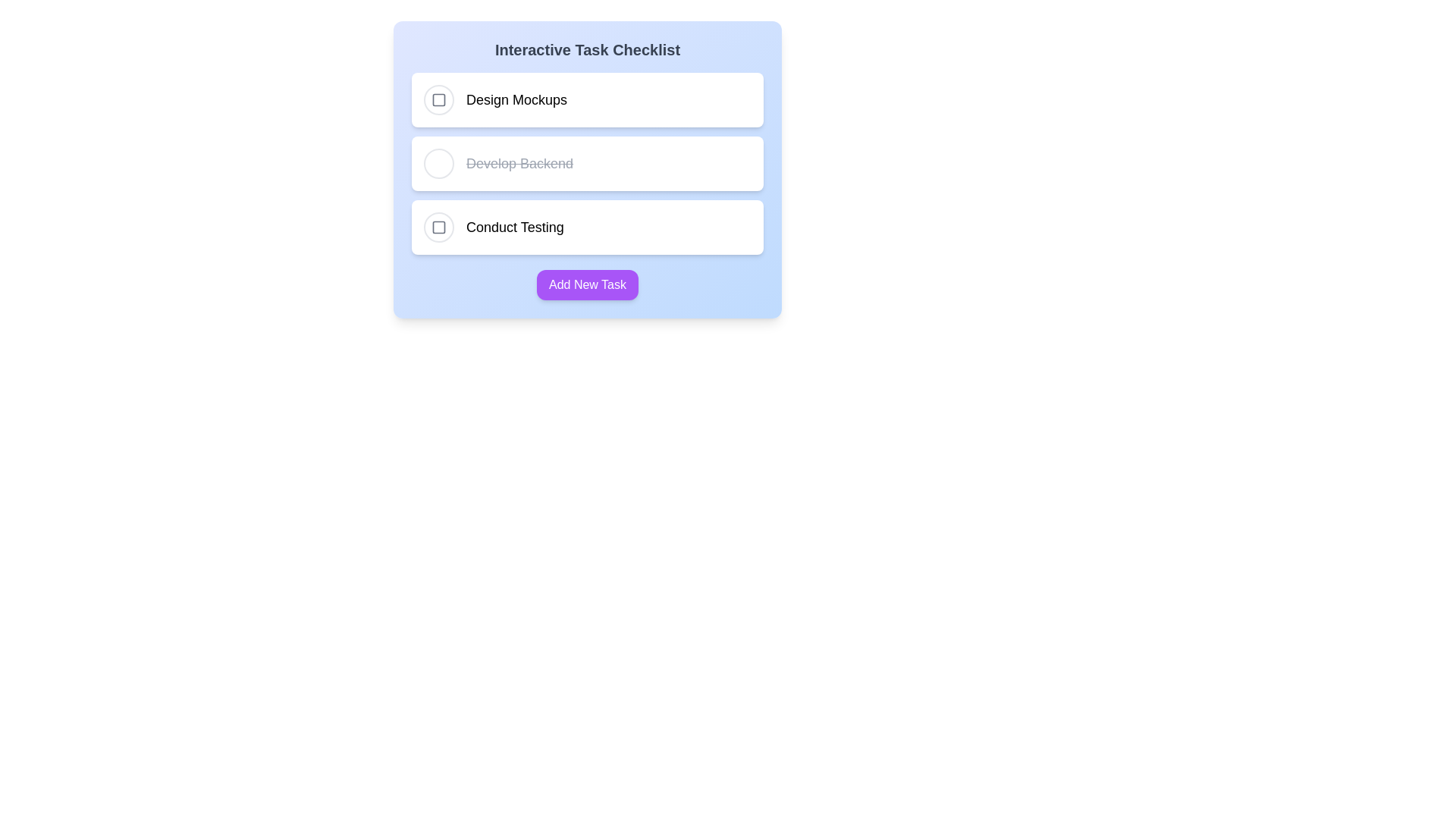 The image size is (1456, 819). Describe the element at coordinates (586, 284) in the screenshot. I see `the 'Add New Task' button to add a new task` at that location.